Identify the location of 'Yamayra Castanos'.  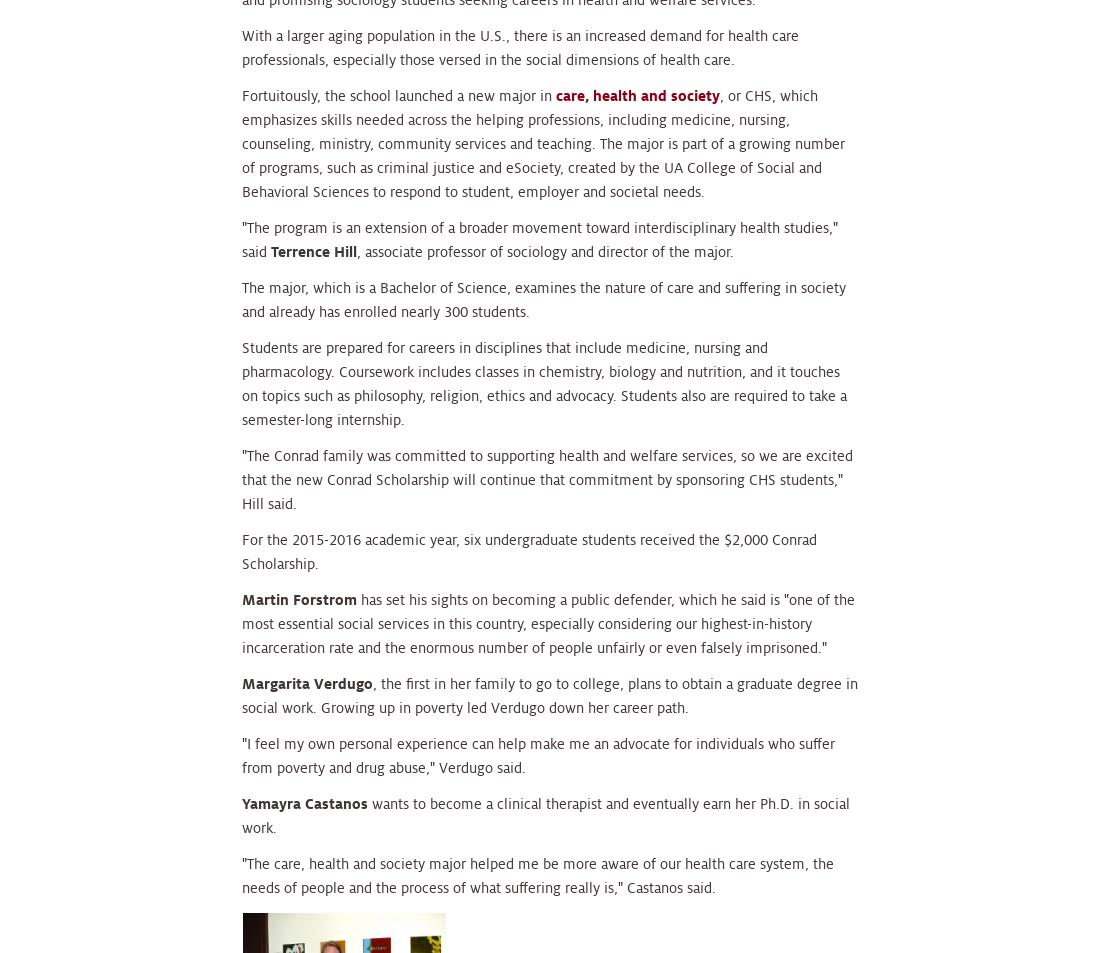
(242, 802).